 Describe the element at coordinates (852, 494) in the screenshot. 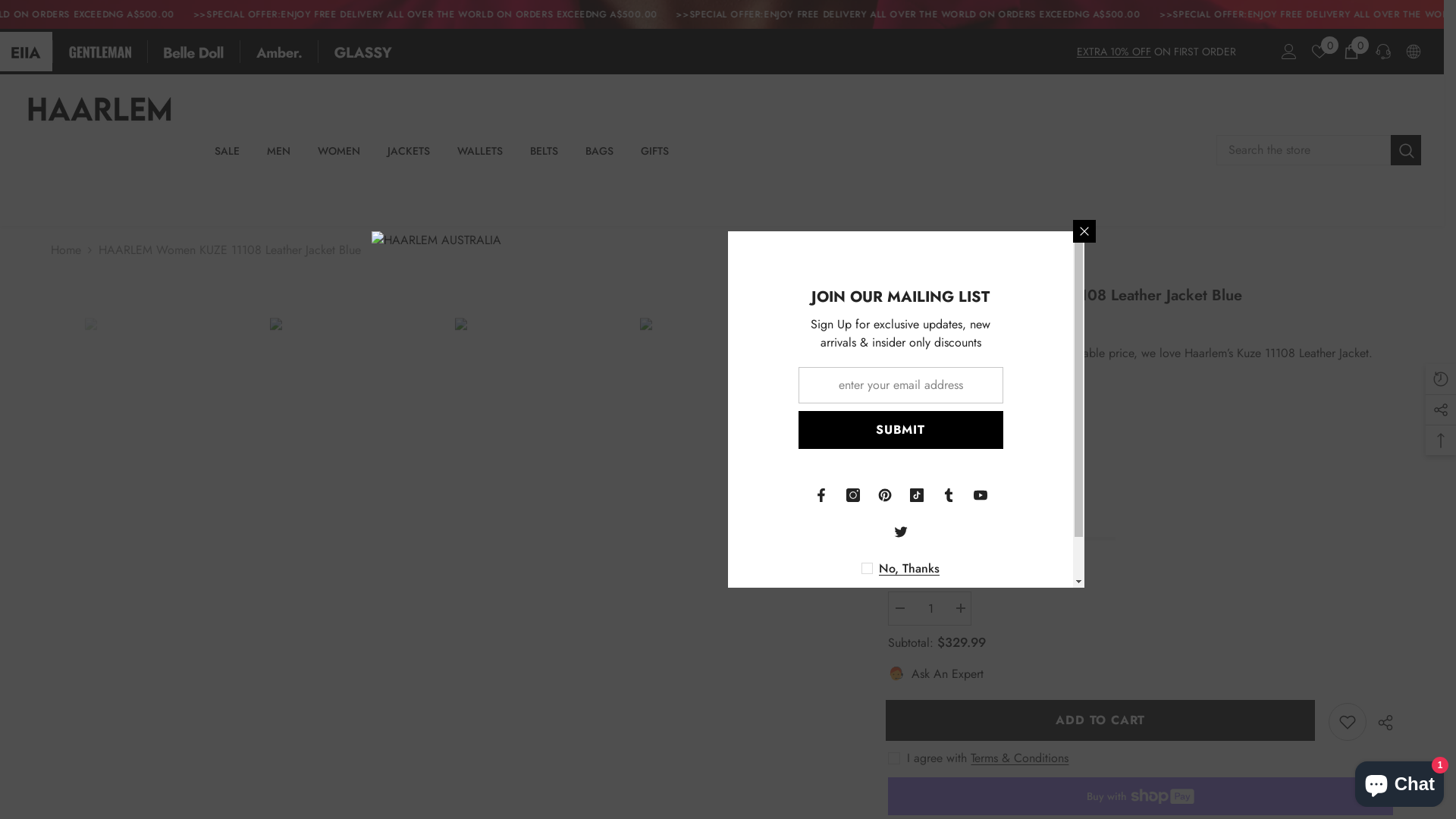

I see `'Instagram'` at that location.